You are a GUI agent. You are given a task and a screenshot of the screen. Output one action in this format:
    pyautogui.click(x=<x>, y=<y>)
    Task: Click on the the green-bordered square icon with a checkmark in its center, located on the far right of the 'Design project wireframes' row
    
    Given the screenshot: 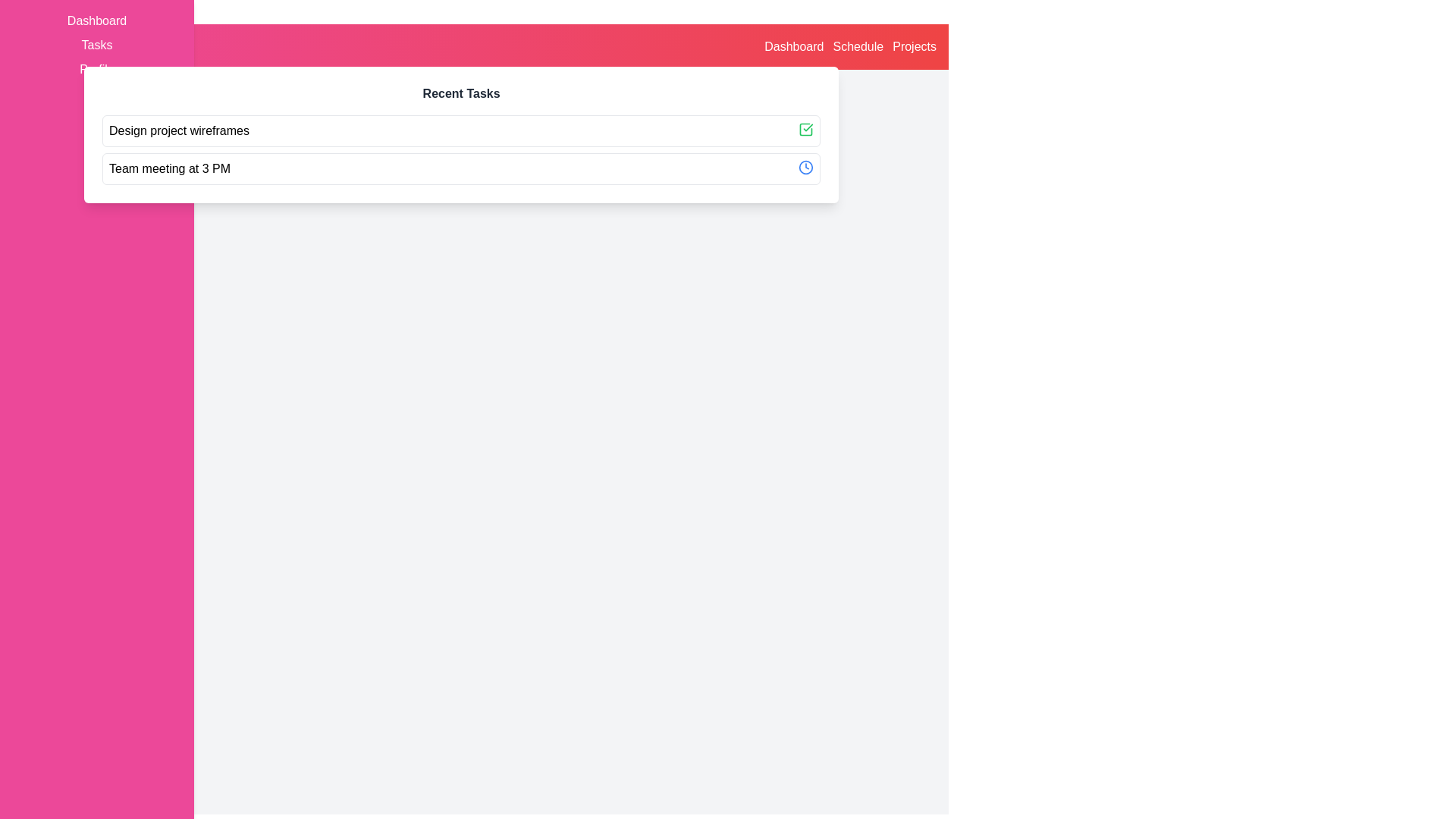 What is the action you would take?
    pyautogui.click(x=805, y=128)
    